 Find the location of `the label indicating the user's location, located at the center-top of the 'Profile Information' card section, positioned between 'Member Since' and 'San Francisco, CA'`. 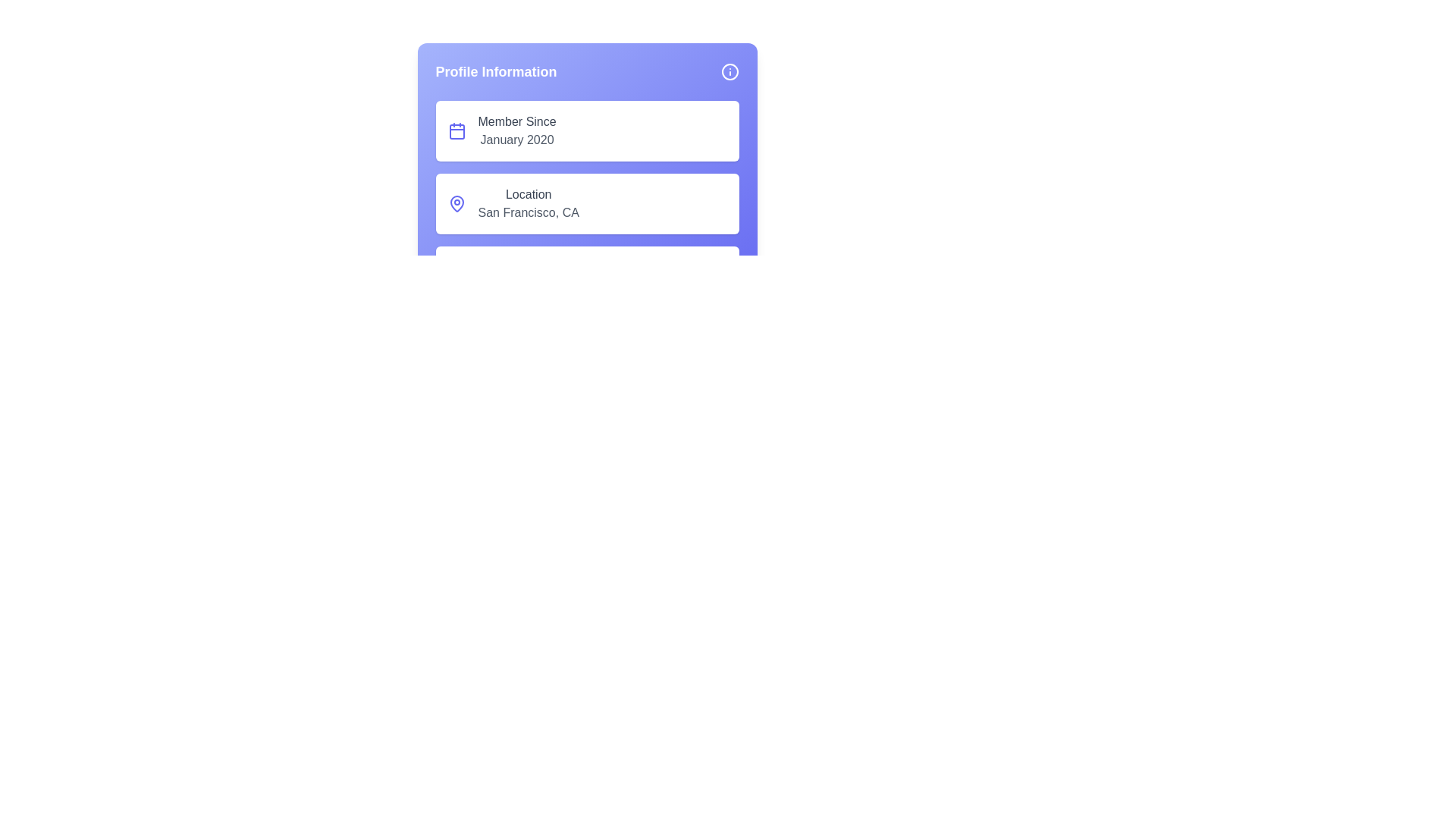

the label indicating the user's location, located at the center-top of the 'Profile Information' card section, positioned between 'Member Since' and 'San Francisco, CA' is located at coordinates (529, 194).